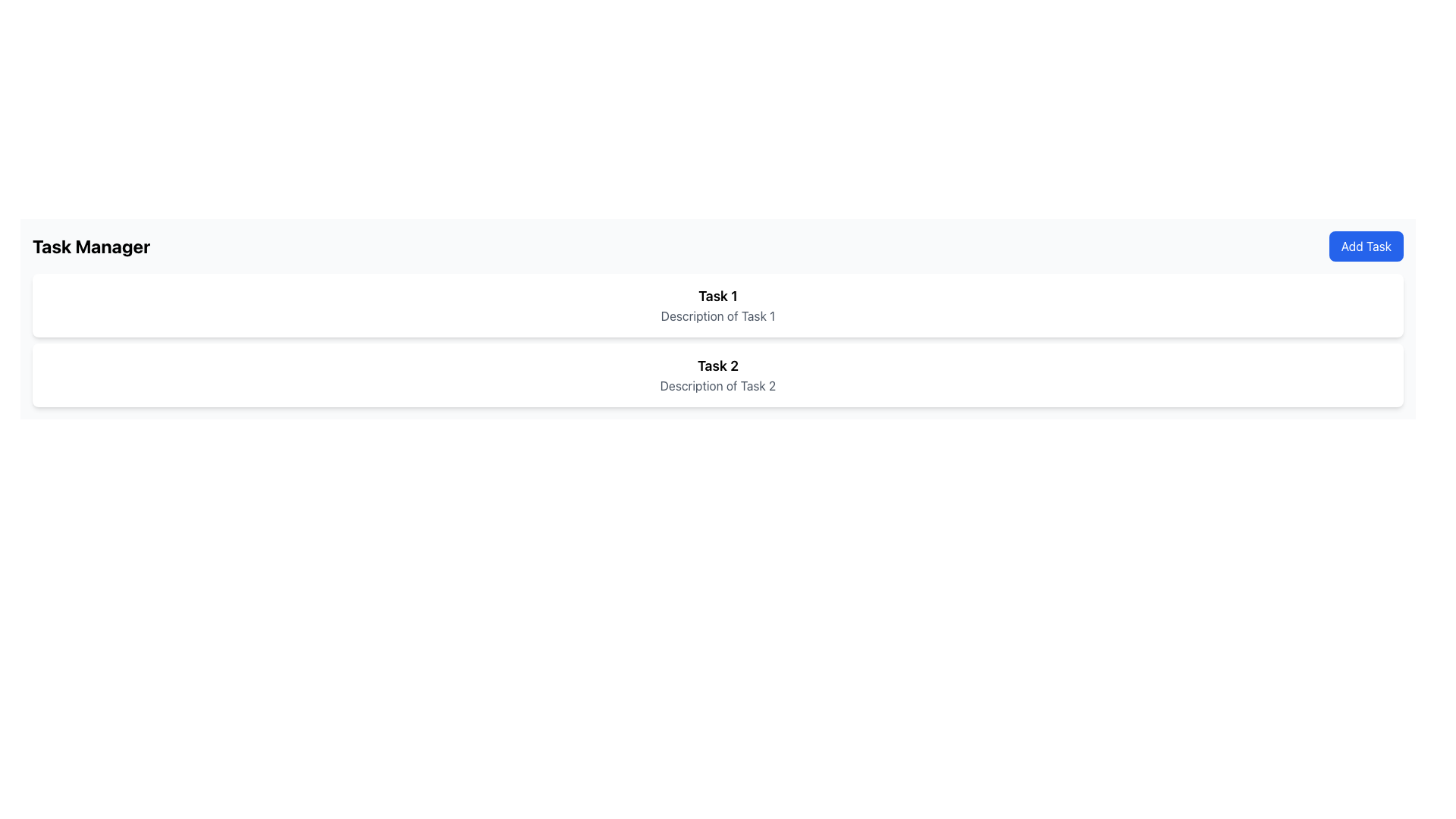 Image resolution: width=1456 pixels, height=819 pixels. What do you see at coordinates (717, 375) in the screenshot?
I see `the Task Card Component labeled 'Task 2'` at bounding box center [717, 375].